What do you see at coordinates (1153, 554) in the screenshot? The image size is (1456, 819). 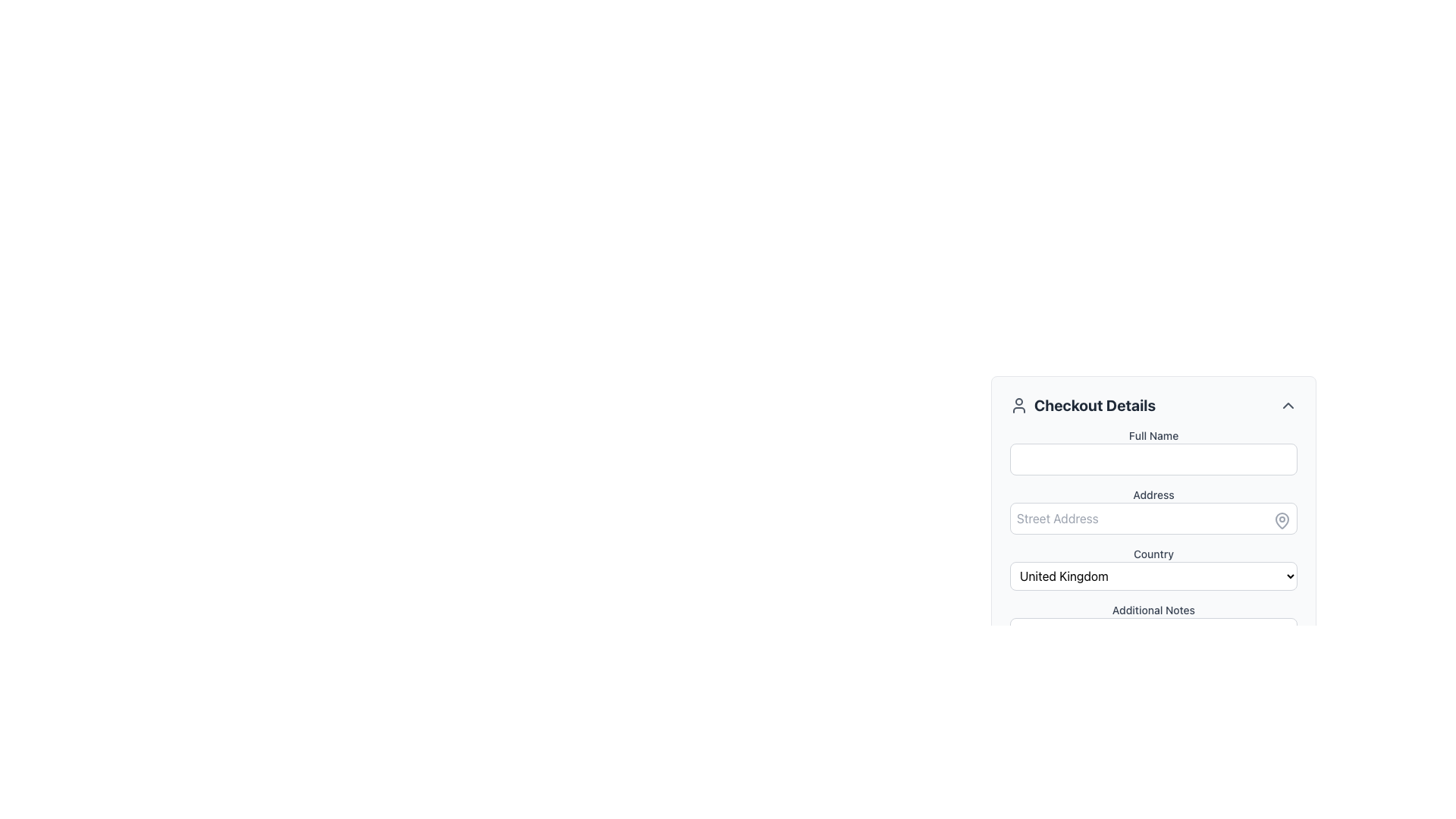 I see `the text label indicating the purpose of the dropdown field for country selection, located in the middle of the form section, centered horizontally above the dropdown menu` at bounding box center [1153, 554].